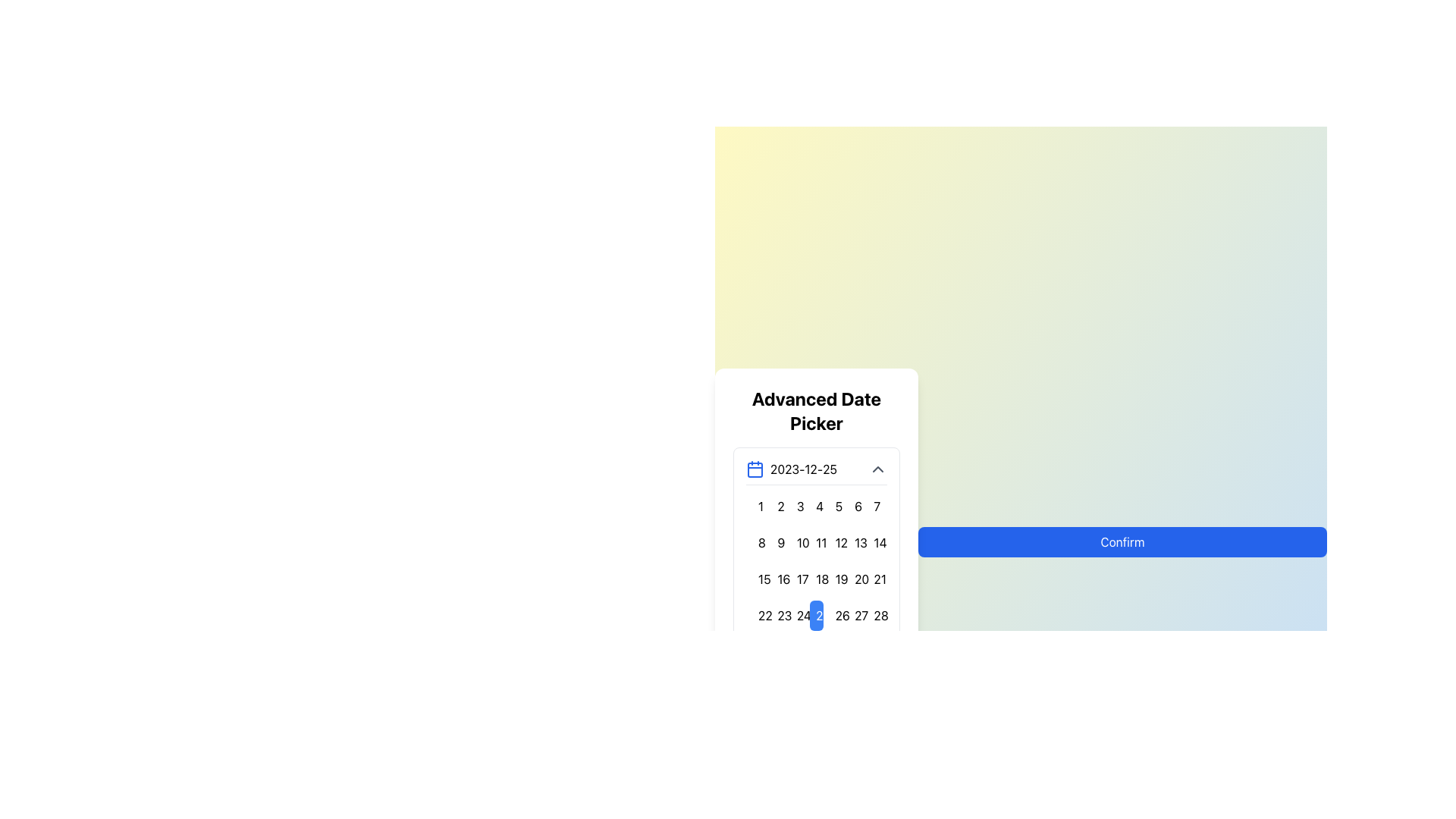  What do you see at coordinates (778, 541) in the screenshot?
I see `the rounded rectangular button labeled '9' located in the second column of the second row within the calendar interface` at bounding box center [778, 541].